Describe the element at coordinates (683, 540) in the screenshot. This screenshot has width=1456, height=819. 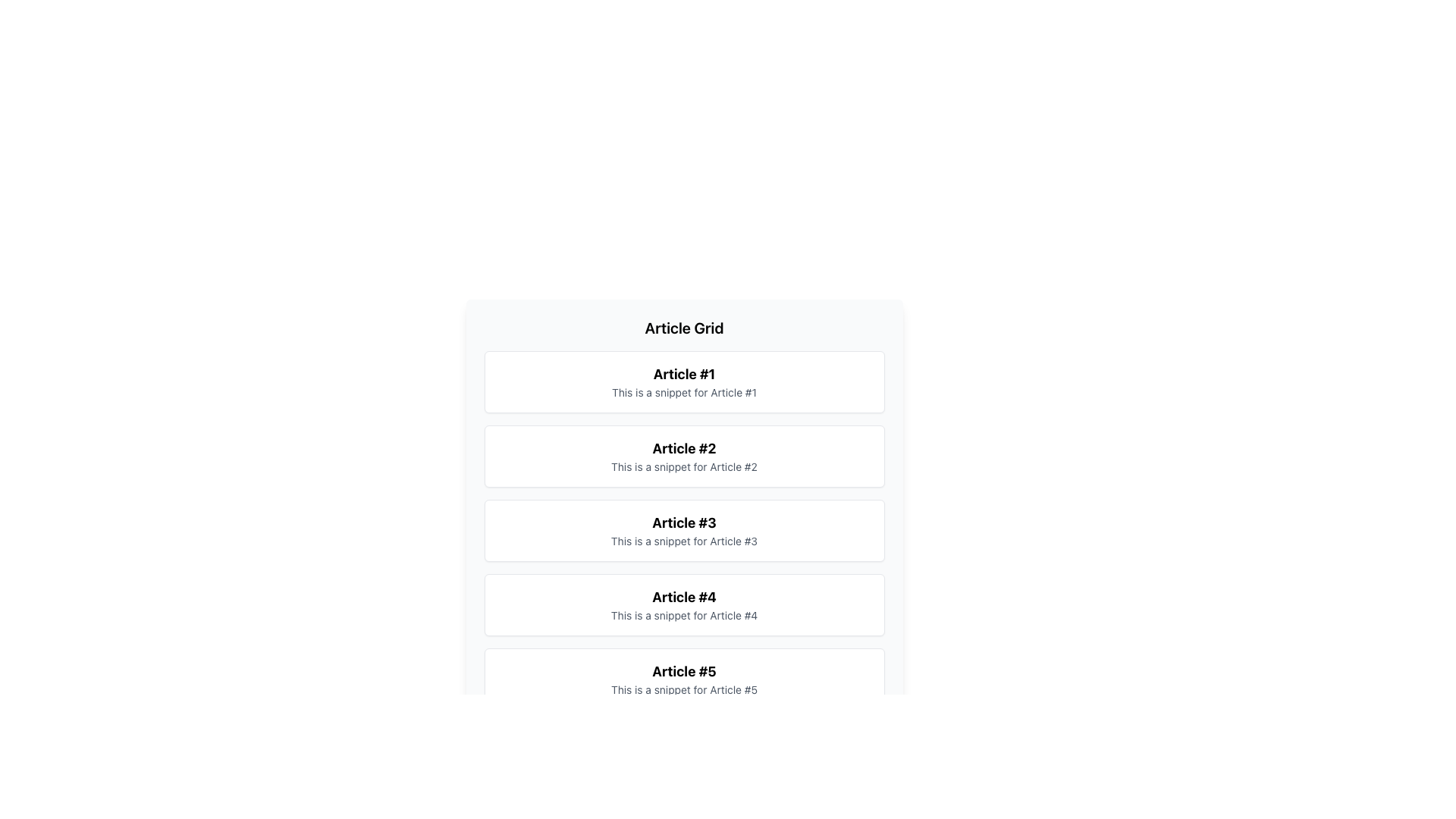
I see `the text label that reads 'This is a snippet for Article #3', located below the title 'Article #3'` at that location.